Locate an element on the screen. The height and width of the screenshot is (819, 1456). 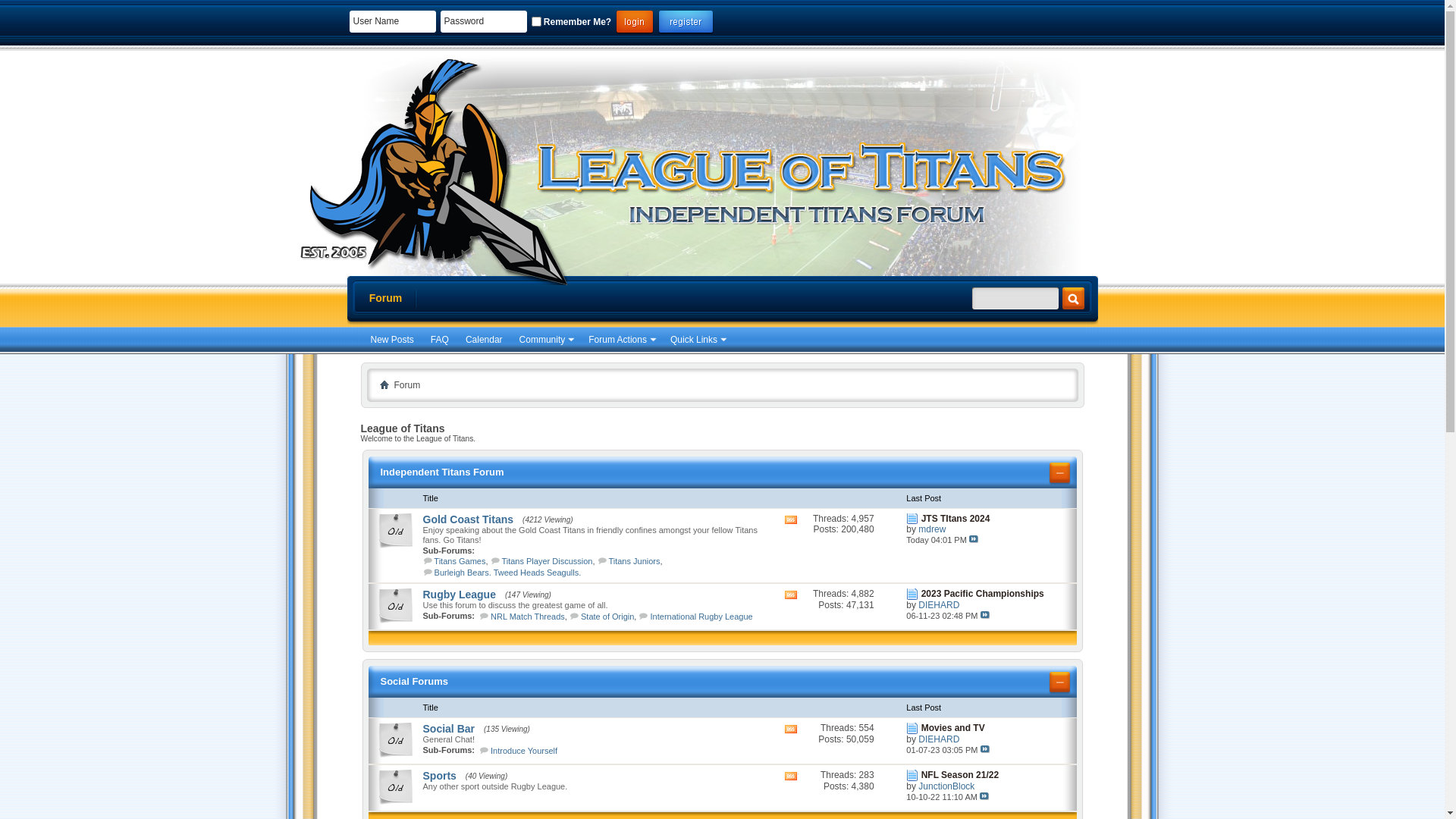
'Titans Games' is located at coordinates (458, 561).